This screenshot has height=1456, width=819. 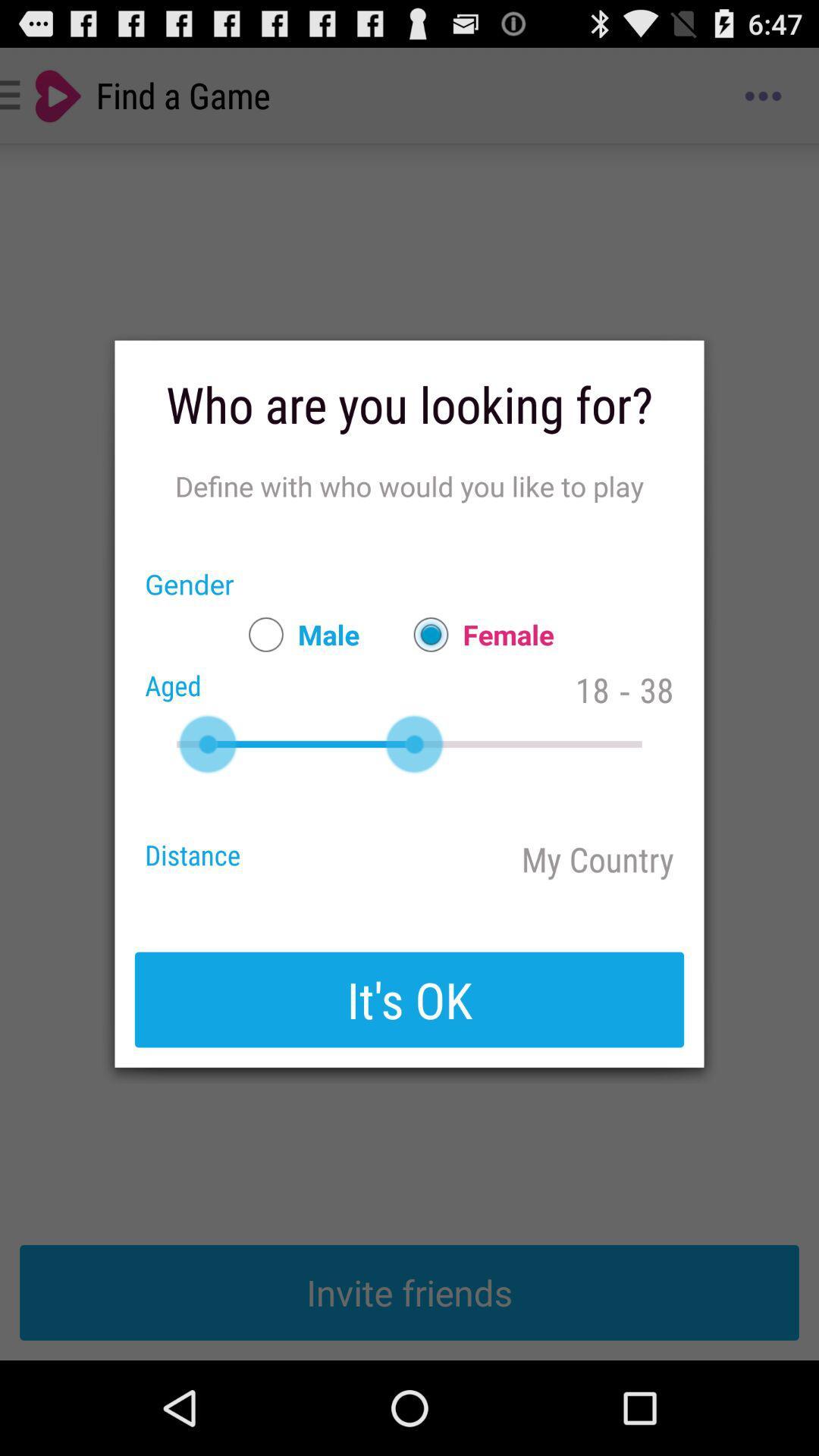 What do you see at coordinates (297, 634) in the screenshot?
I see `the radio button to the left of the female radio button` at bounding box center [297, 634].